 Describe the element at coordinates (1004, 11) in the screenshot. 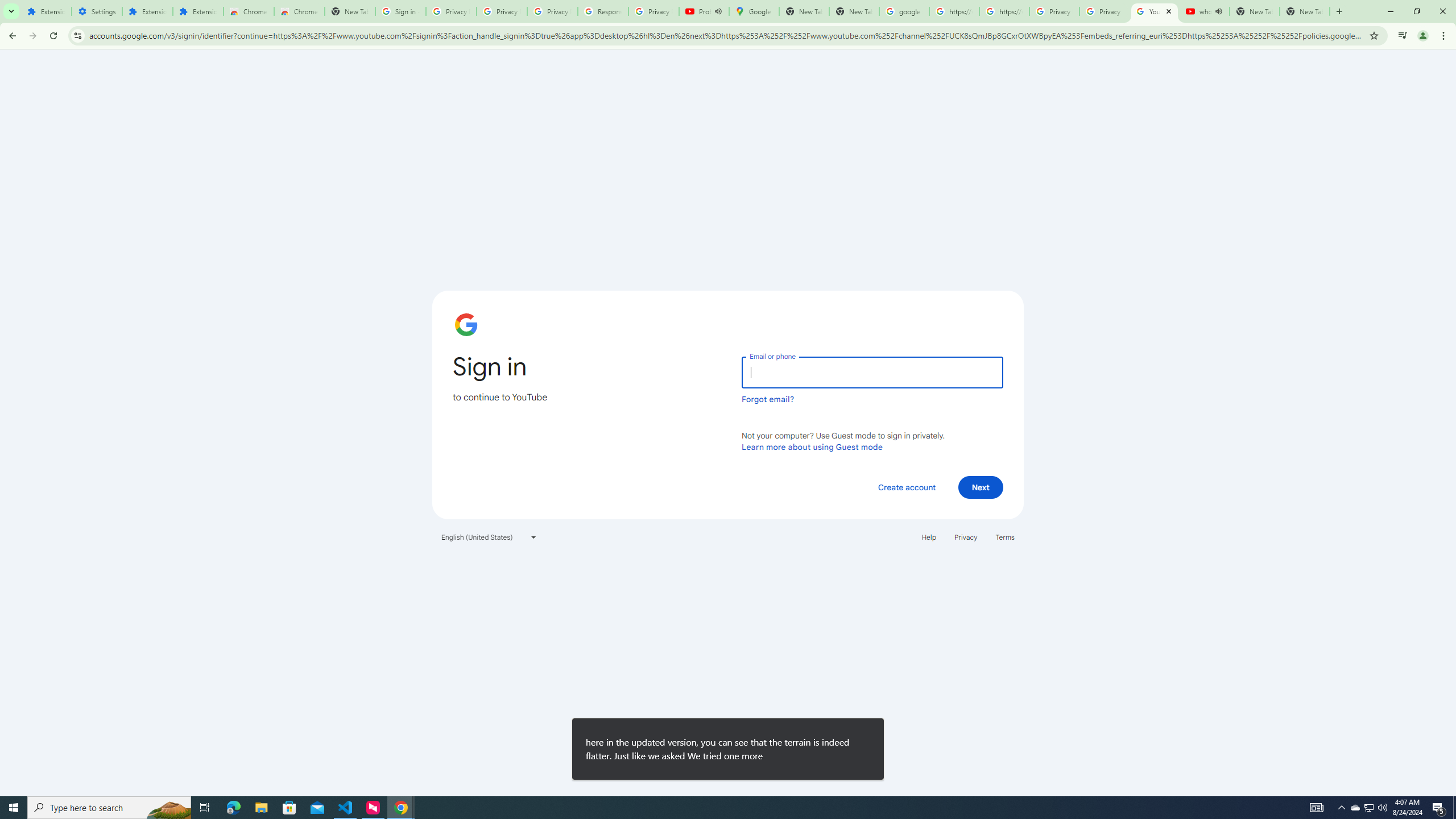

I see `'https://scholar.google.com/'` at that location.